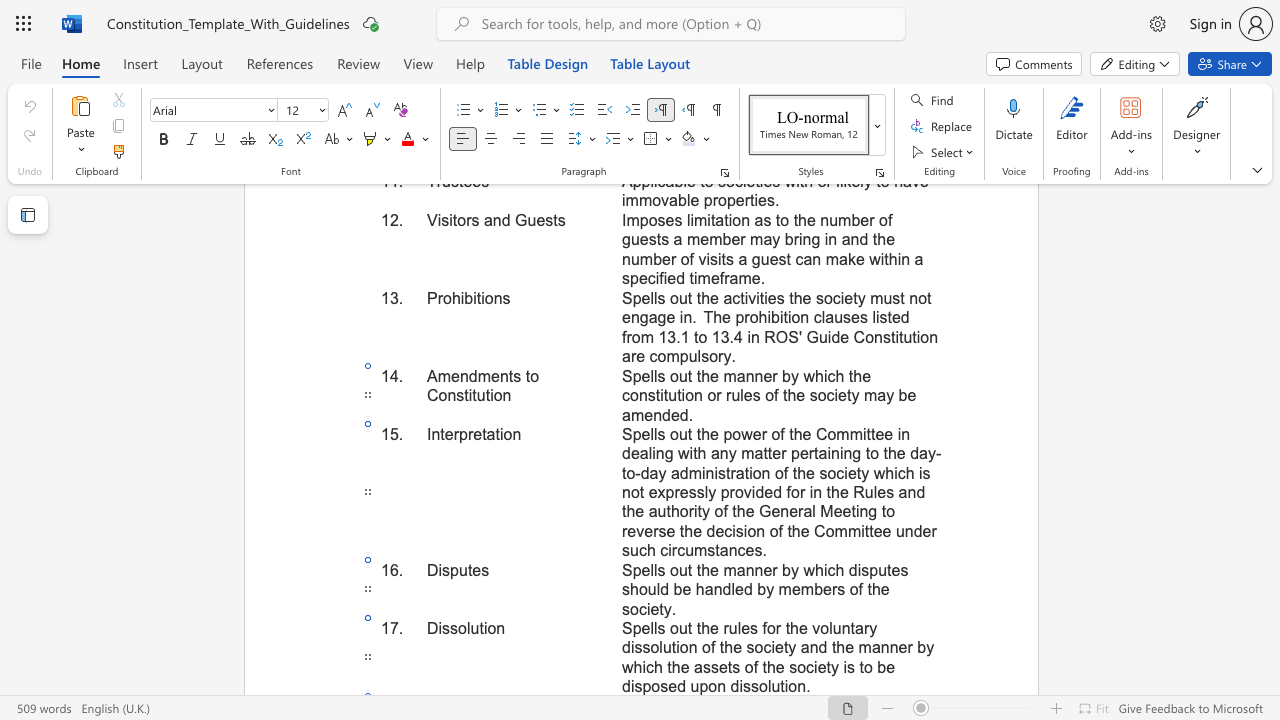 This screenshot has height=720, width=1280. I want to click on the 3th character "d" in the text, so click(625, 685).